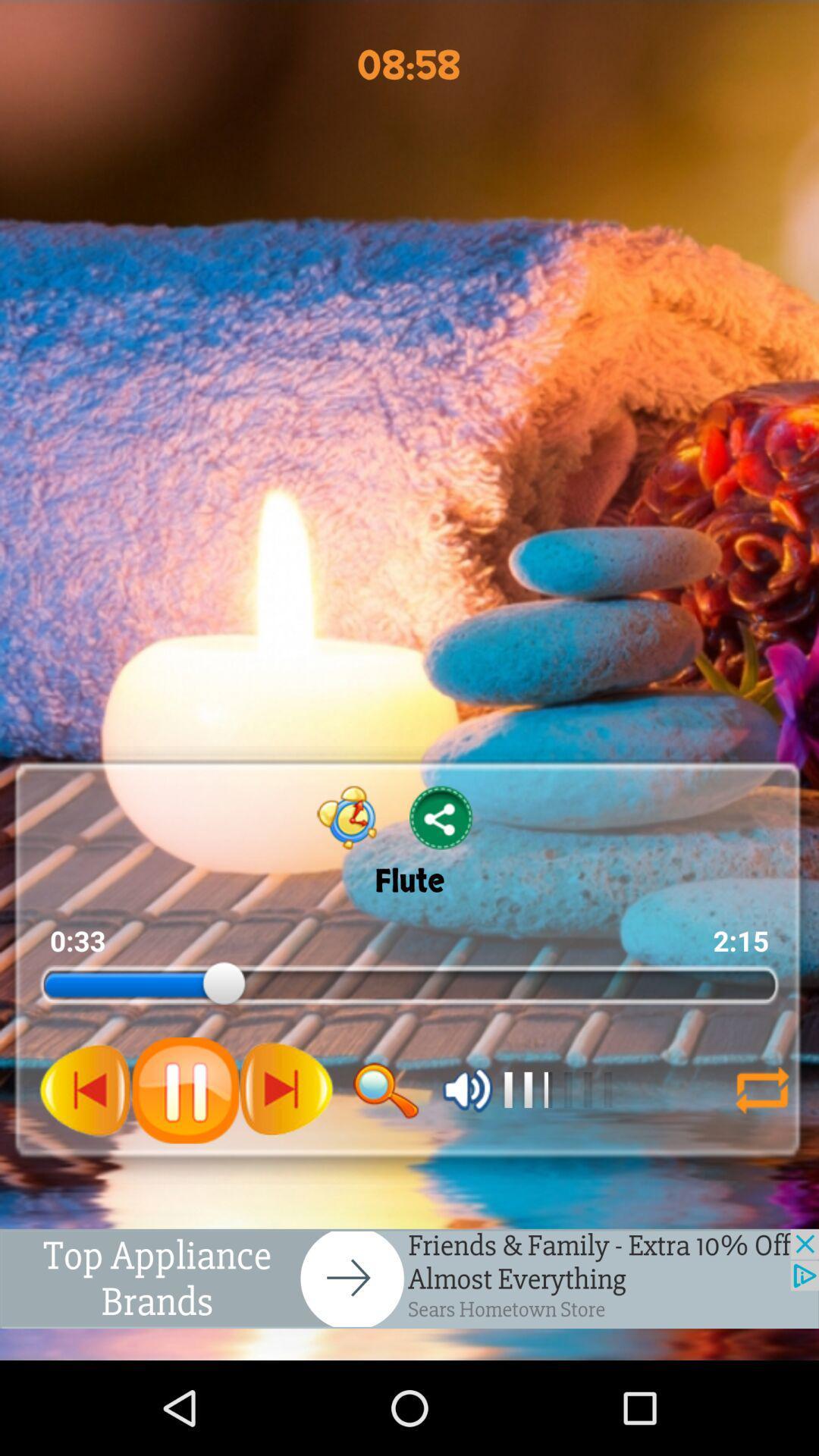 This screenshot has width=819, height=1456. I want to click on next track, so click(286, 1089).